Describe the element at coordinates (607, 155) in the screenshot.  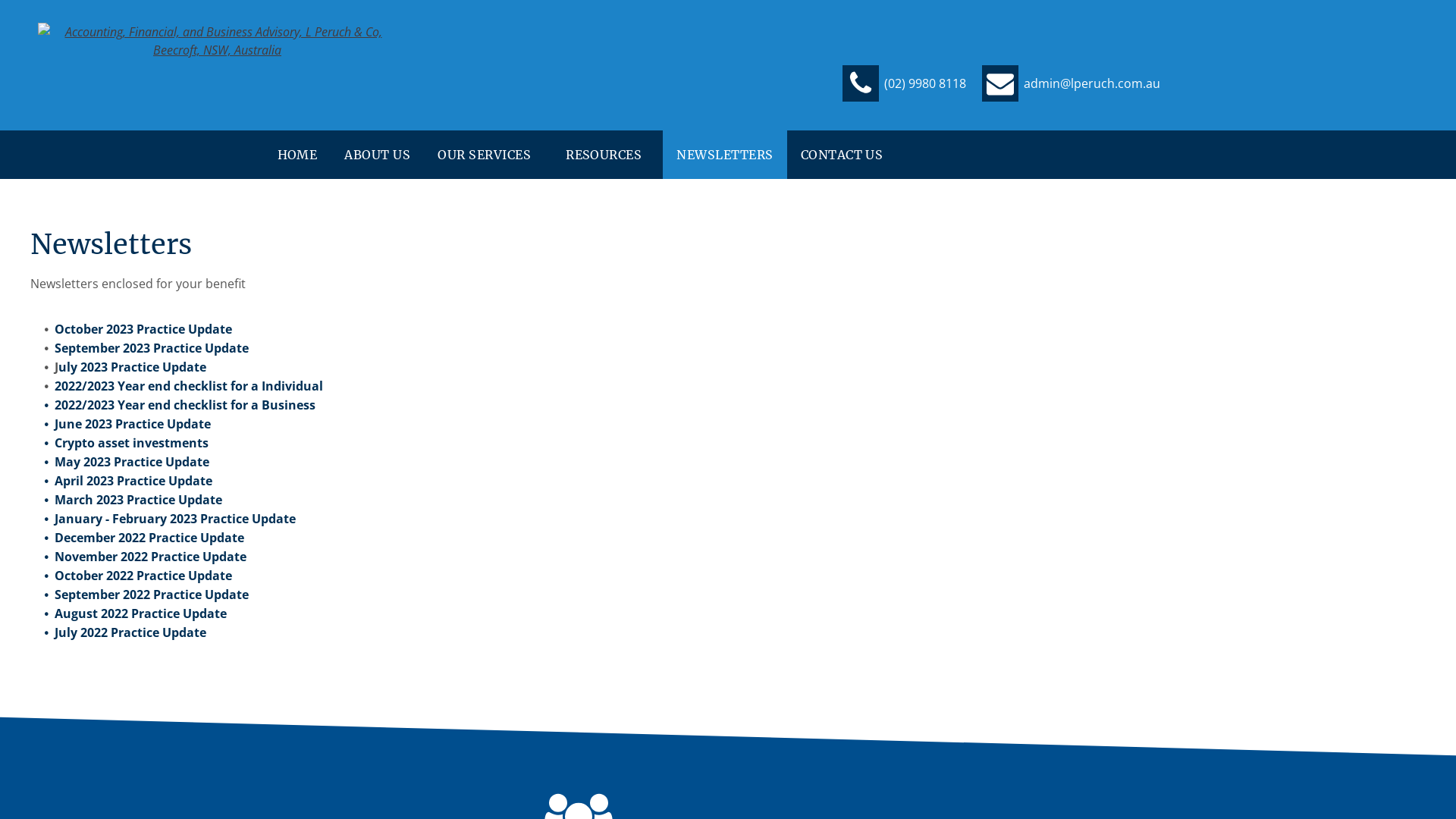
I see `'RESOURCES'` at that location.